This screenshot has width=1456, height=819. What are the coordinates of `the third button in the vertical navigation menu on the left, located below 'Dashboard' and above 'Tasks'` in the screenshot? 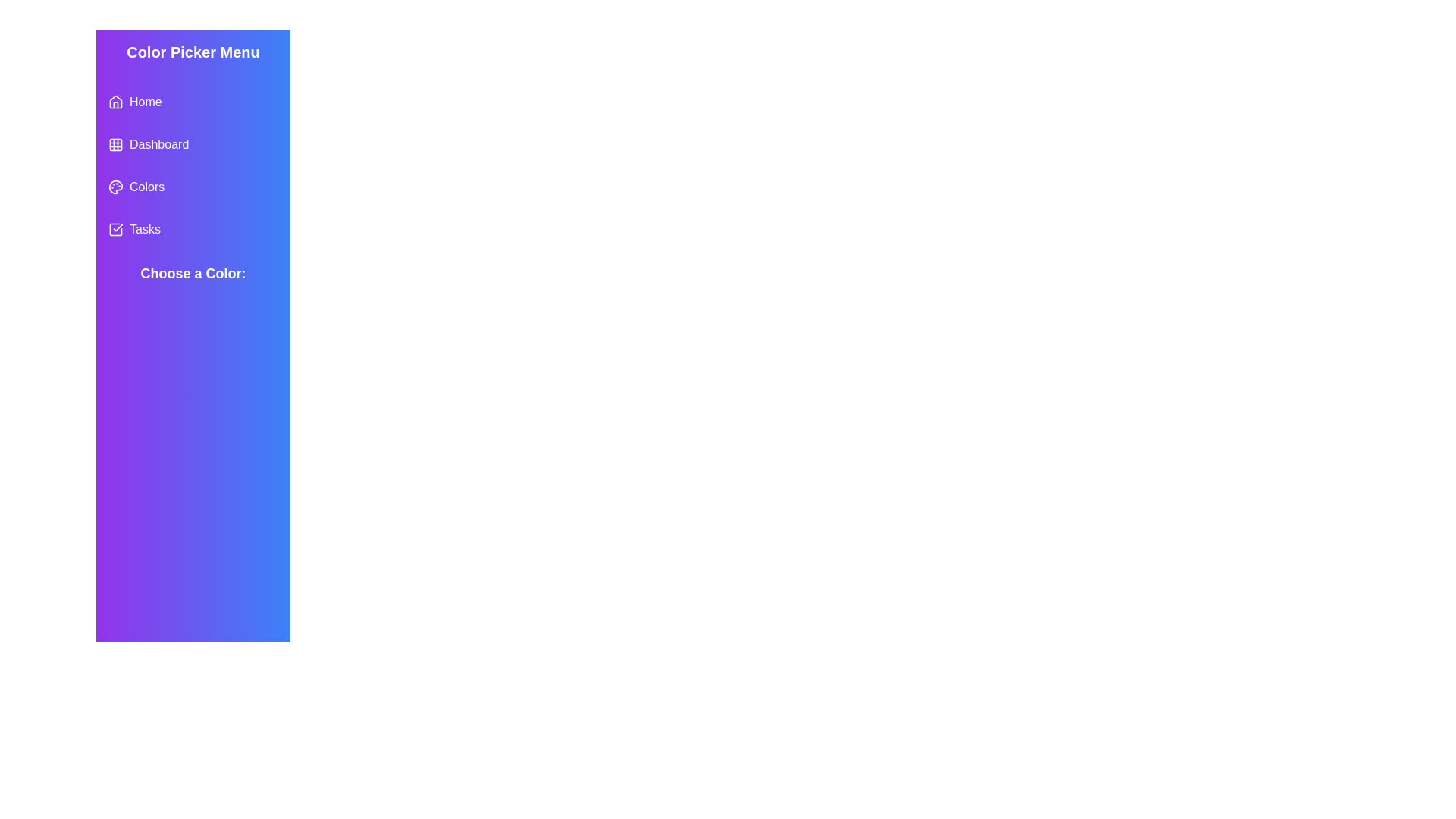 It's located at (192, 186).